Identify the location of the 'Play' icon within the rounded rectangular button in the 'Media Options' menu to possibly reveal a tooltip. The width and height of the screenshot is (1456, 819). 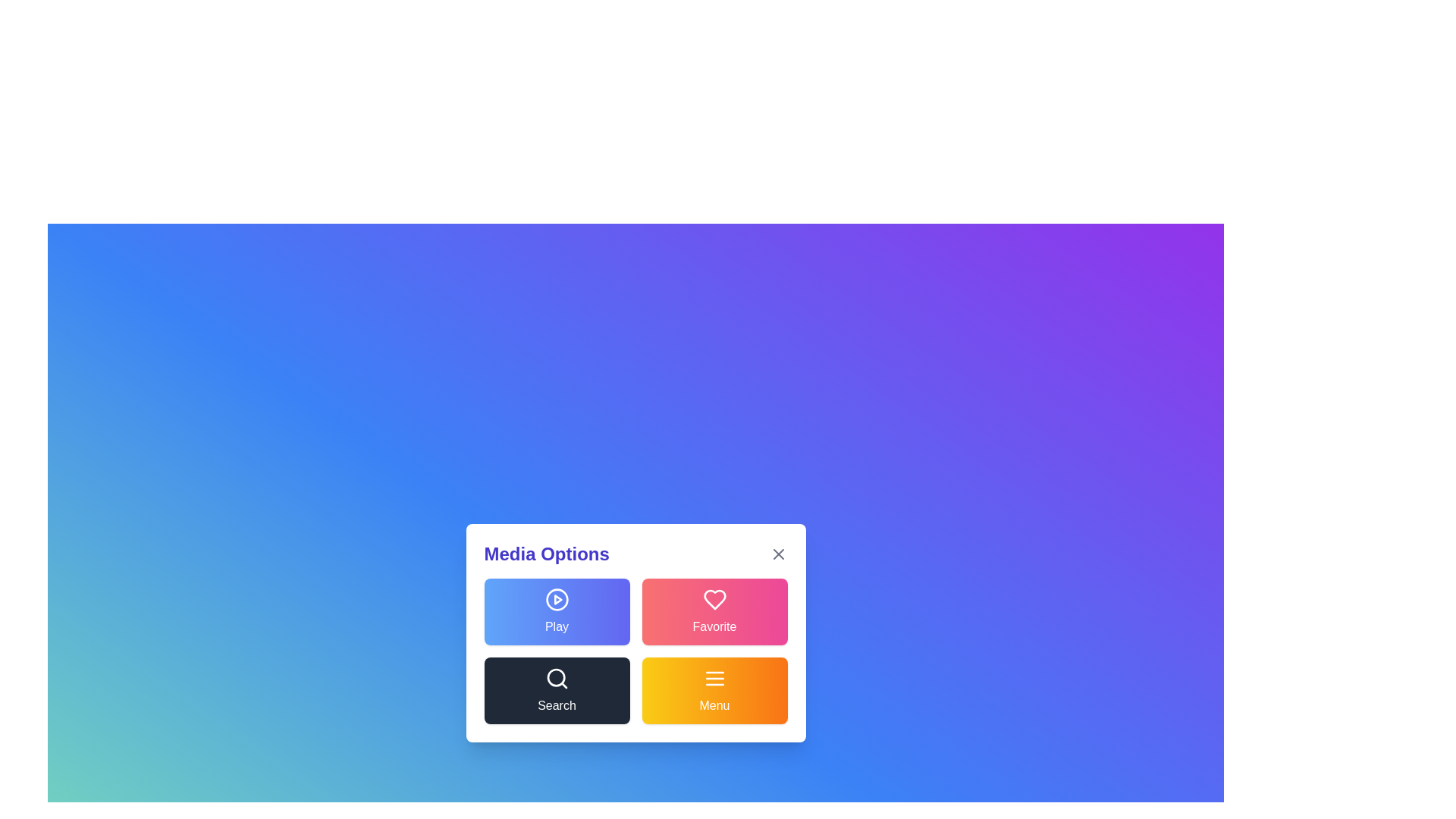
(556, 598).